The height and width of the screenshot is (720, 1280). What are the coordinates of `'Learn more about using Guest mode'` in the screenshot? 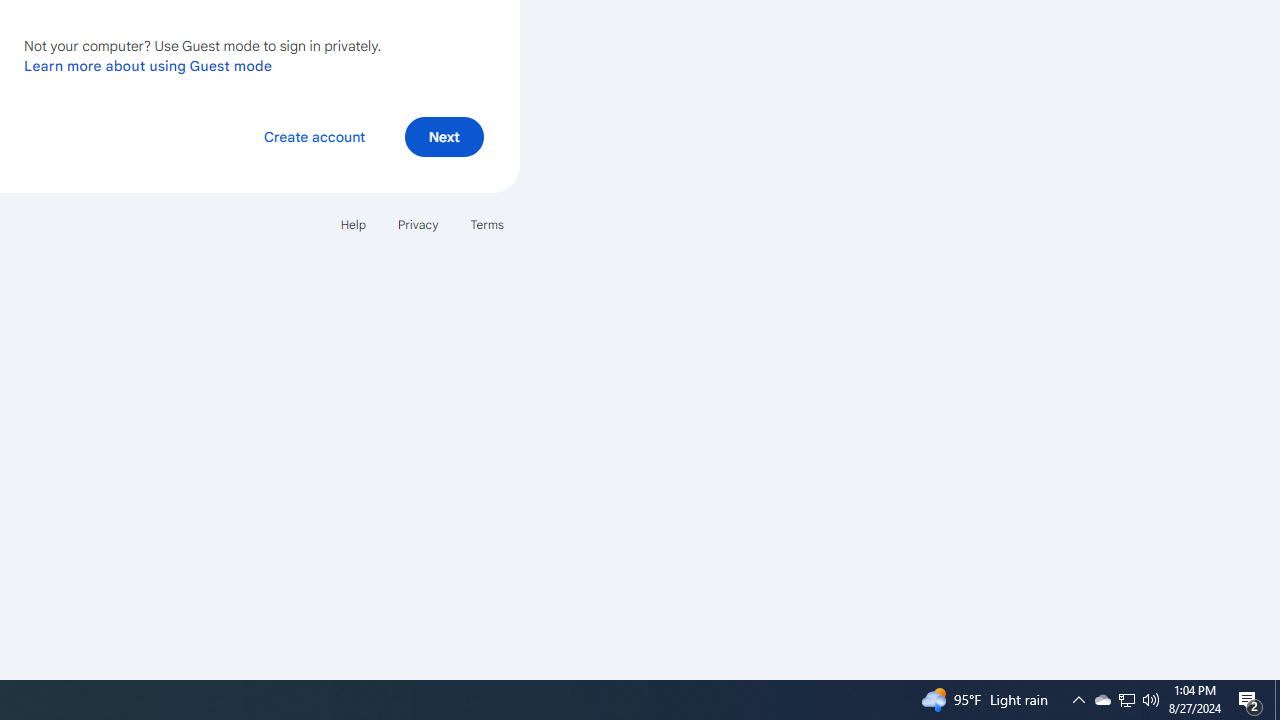 It's located at (147, 64).